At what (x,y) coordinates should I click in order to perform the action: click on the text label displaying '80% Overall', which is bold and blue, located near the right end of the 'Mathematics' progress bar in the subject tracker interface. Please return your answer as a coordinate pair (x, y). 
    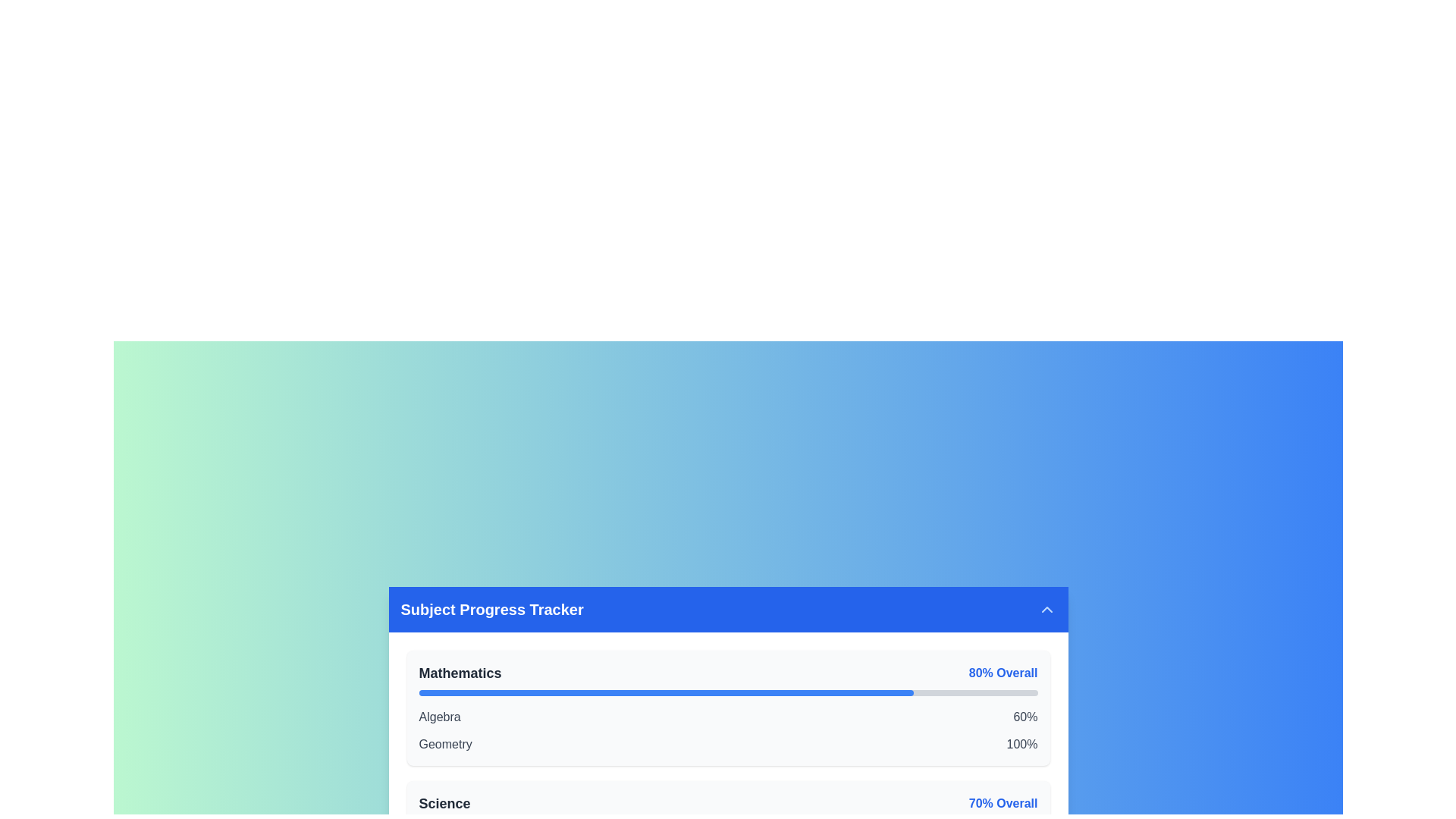
    Looking at the image, I should click on (1003, 672).